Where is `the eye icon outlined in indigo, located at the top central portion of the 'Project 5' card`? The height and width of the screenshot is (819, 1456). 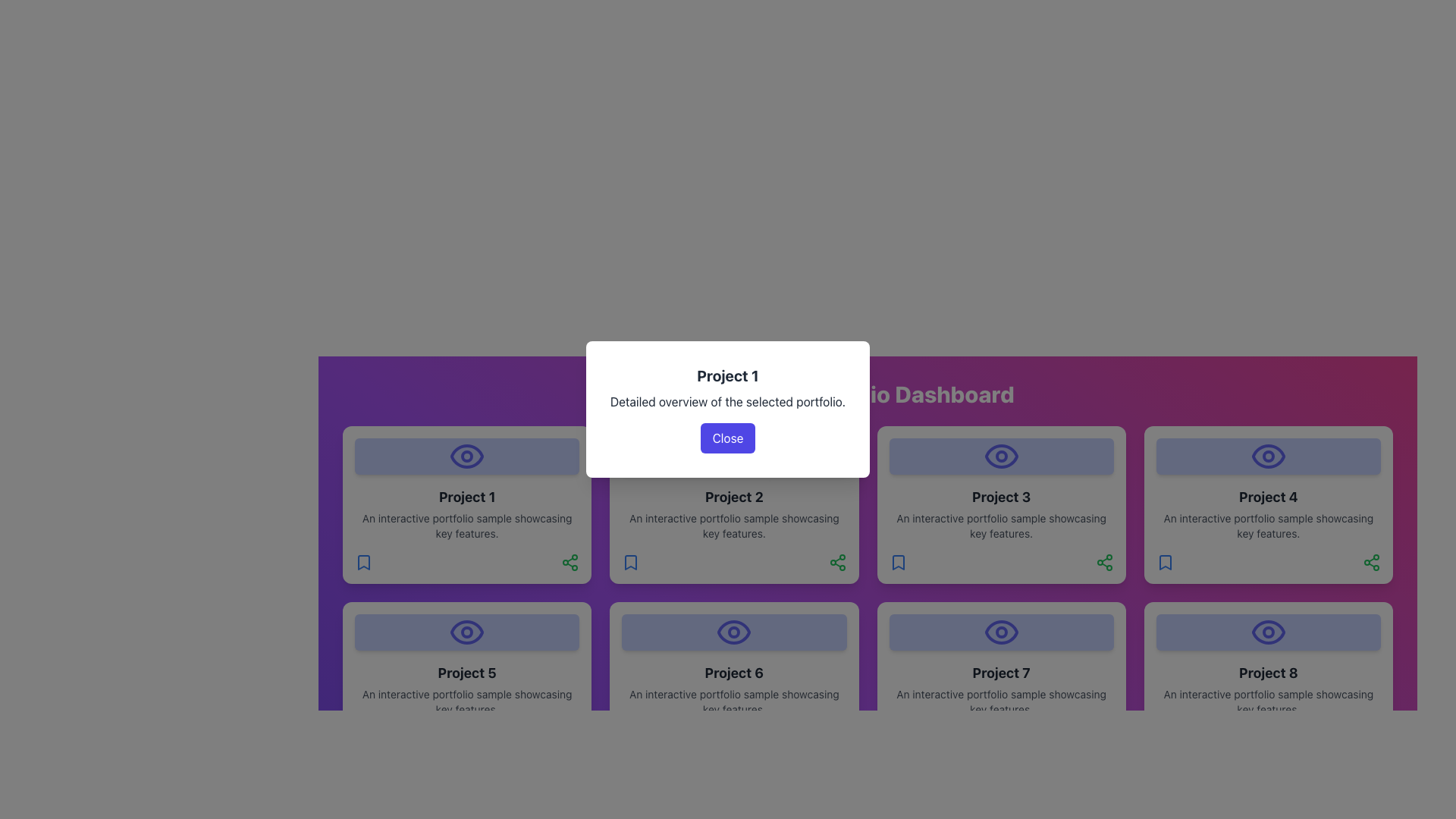
the eye icon outlined in indigo, located at the top central portion of the 'Project 5' card is located at coordinates (466, 632).